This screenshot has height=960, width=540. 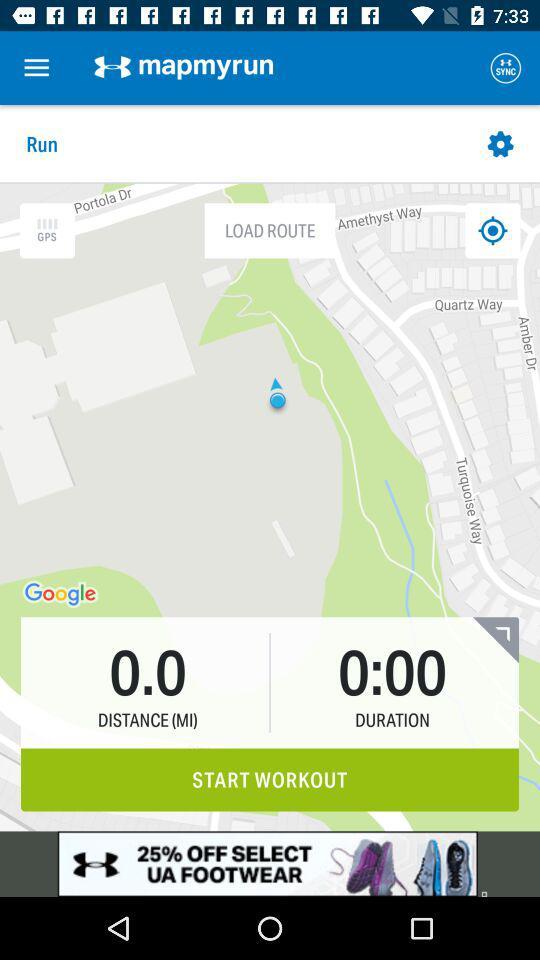 What do you see at coordinates (491, 230) in the screenshot?
I see `current location` at bounding box center [491, 230].